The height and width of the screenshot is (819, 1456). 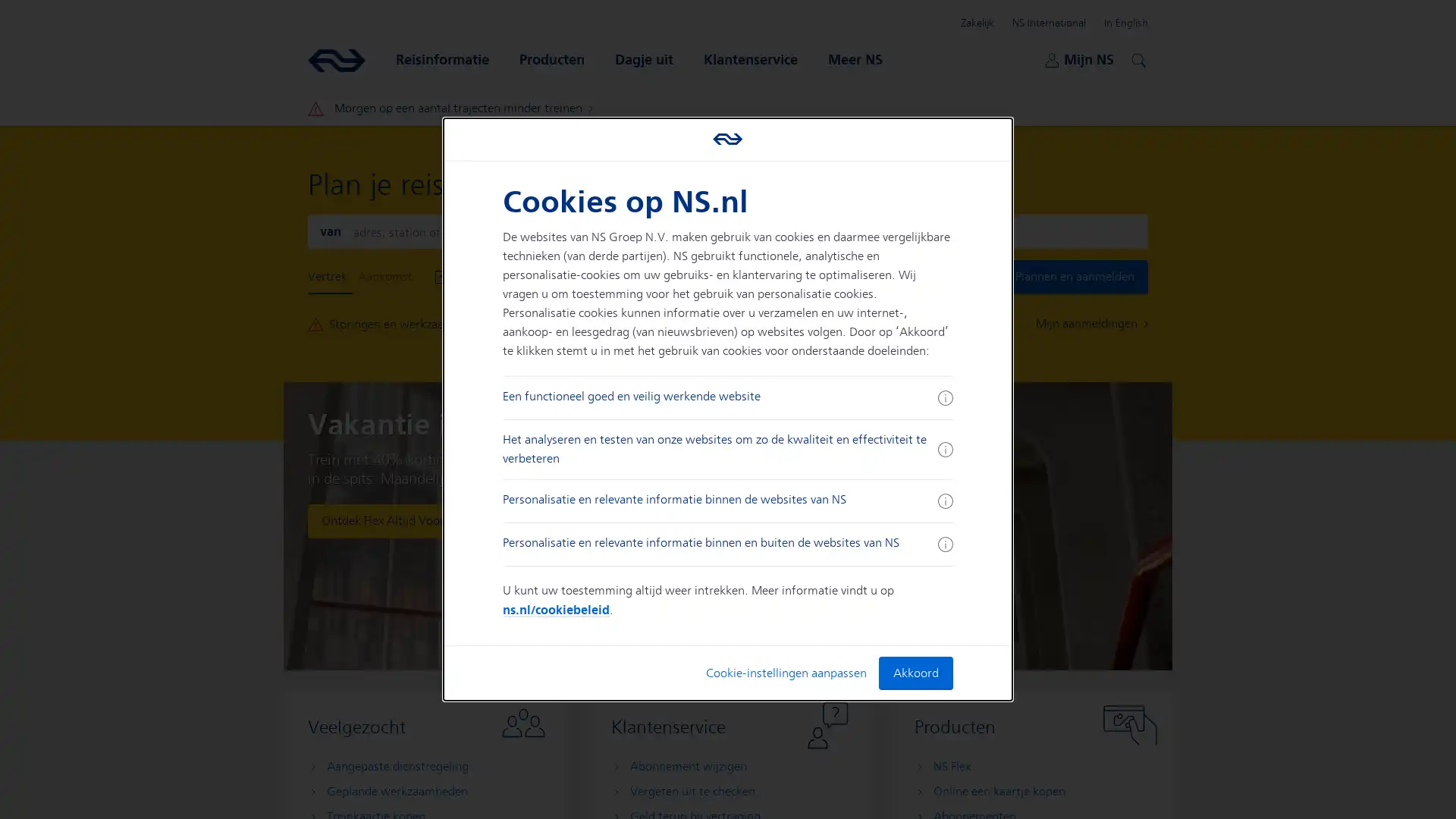 What do you see at coordinates (944, 500) in the screenshot?
I see `Meer informatie ingeklapt` at bounding box center [944, 500].